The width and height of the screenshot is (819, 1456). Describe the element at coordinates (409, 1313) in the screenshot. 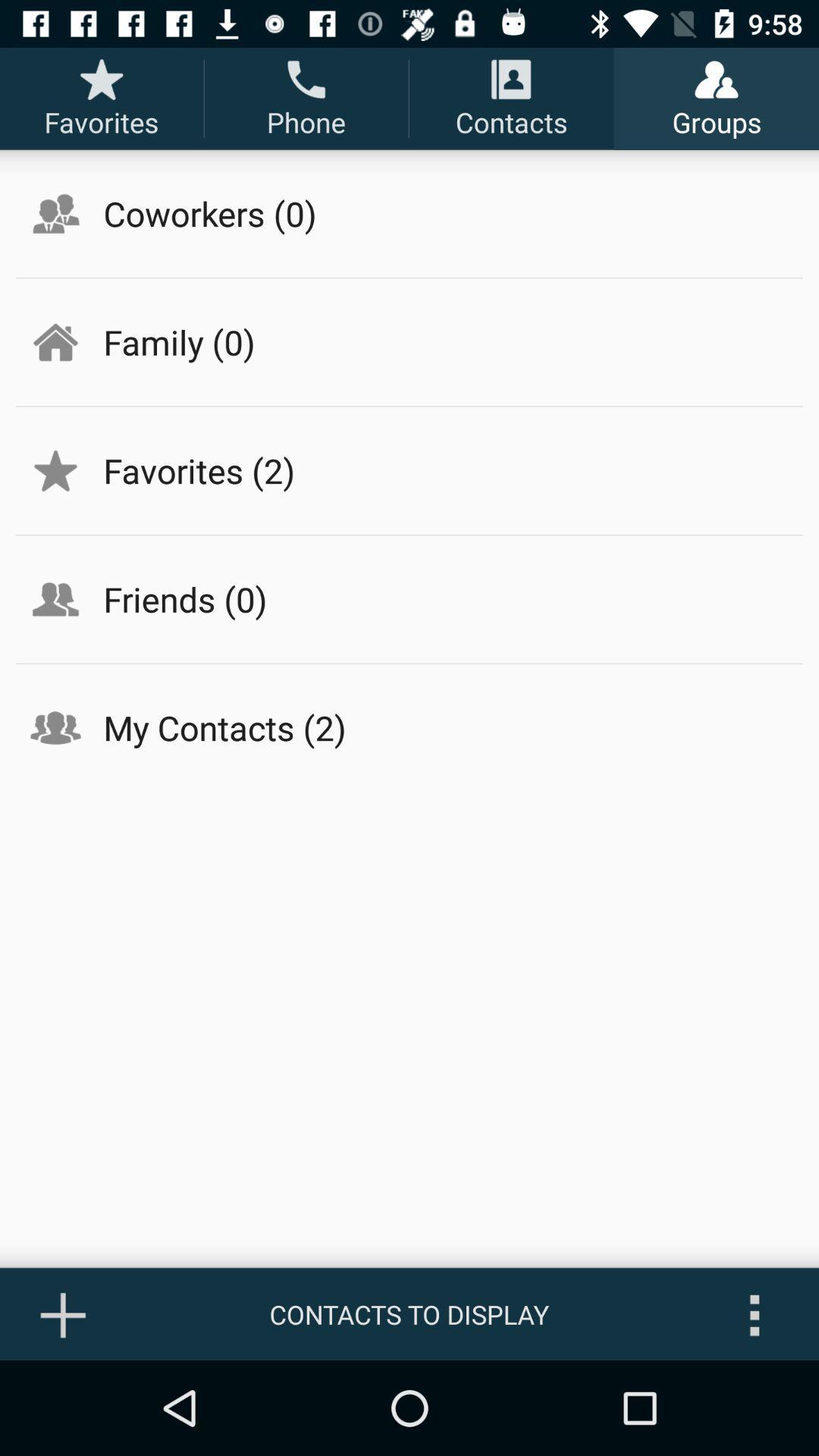

I see `the contacts to display icon` at that location.